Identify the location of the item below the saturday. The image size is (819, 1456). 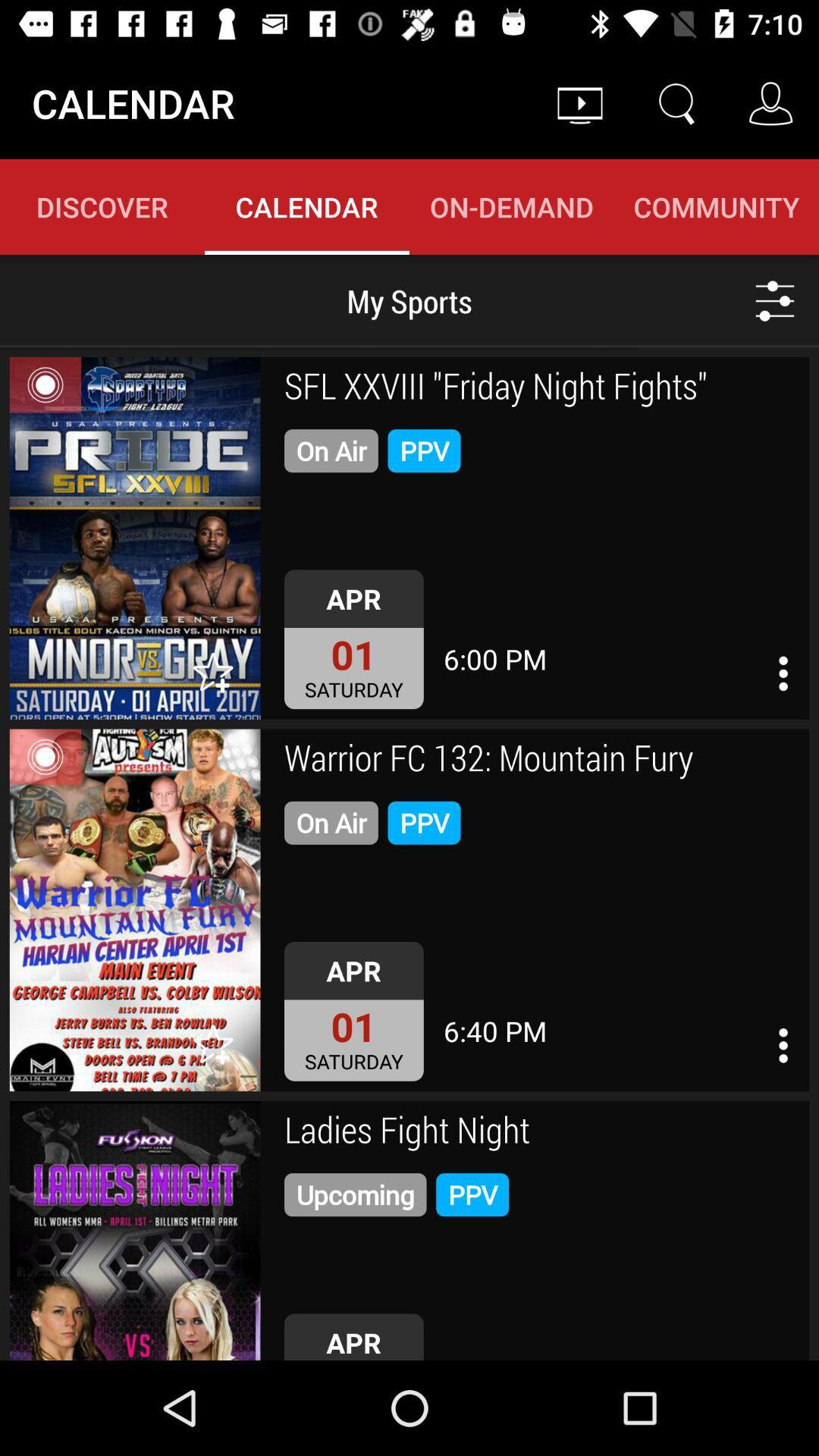
(541, 760).